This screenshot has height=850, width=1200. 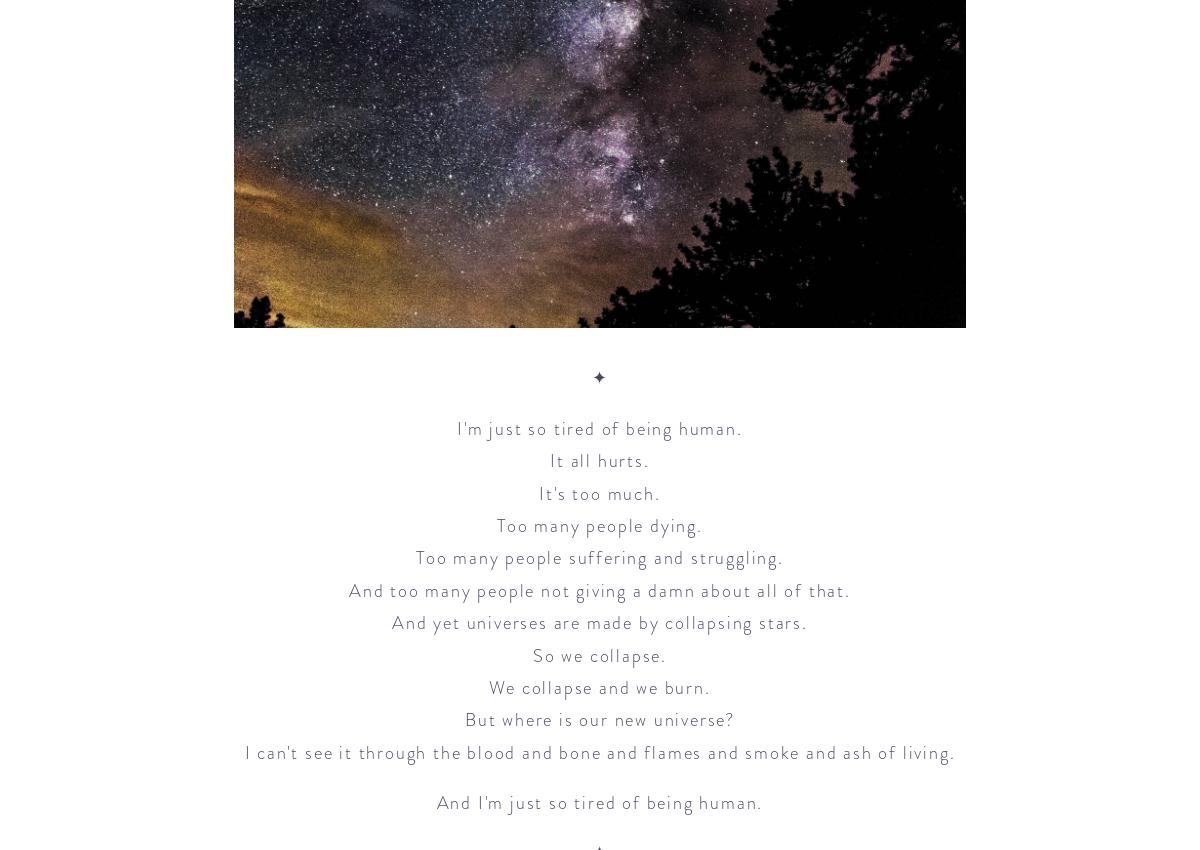 What do you see at coordinates (496, 523) in the screenshot?
I see `'Too many people dying.'` at bounding box center [496, 523].